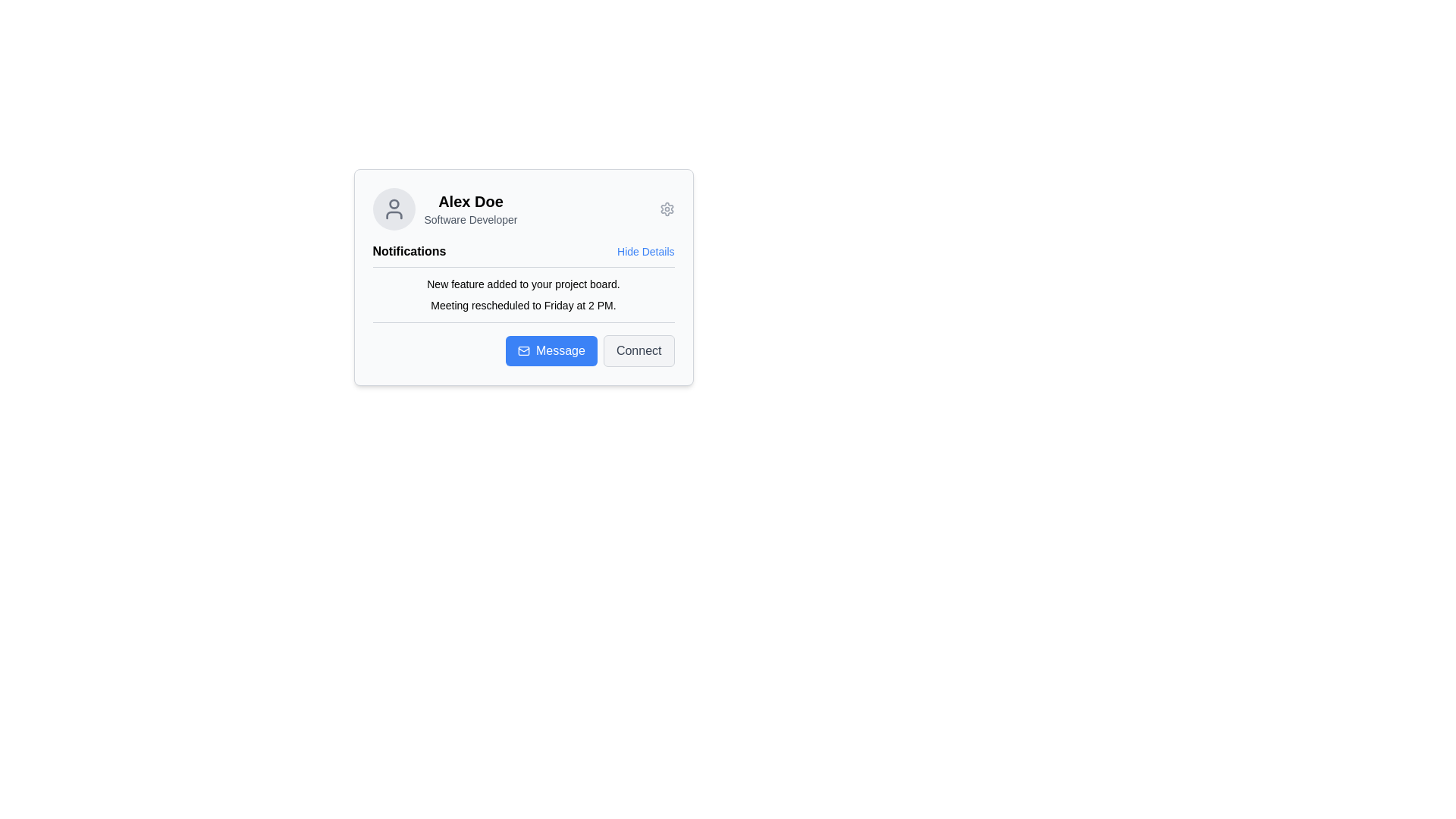  I want to click on the interactive link in the top-right corner of the notification section, so click(645, 250).